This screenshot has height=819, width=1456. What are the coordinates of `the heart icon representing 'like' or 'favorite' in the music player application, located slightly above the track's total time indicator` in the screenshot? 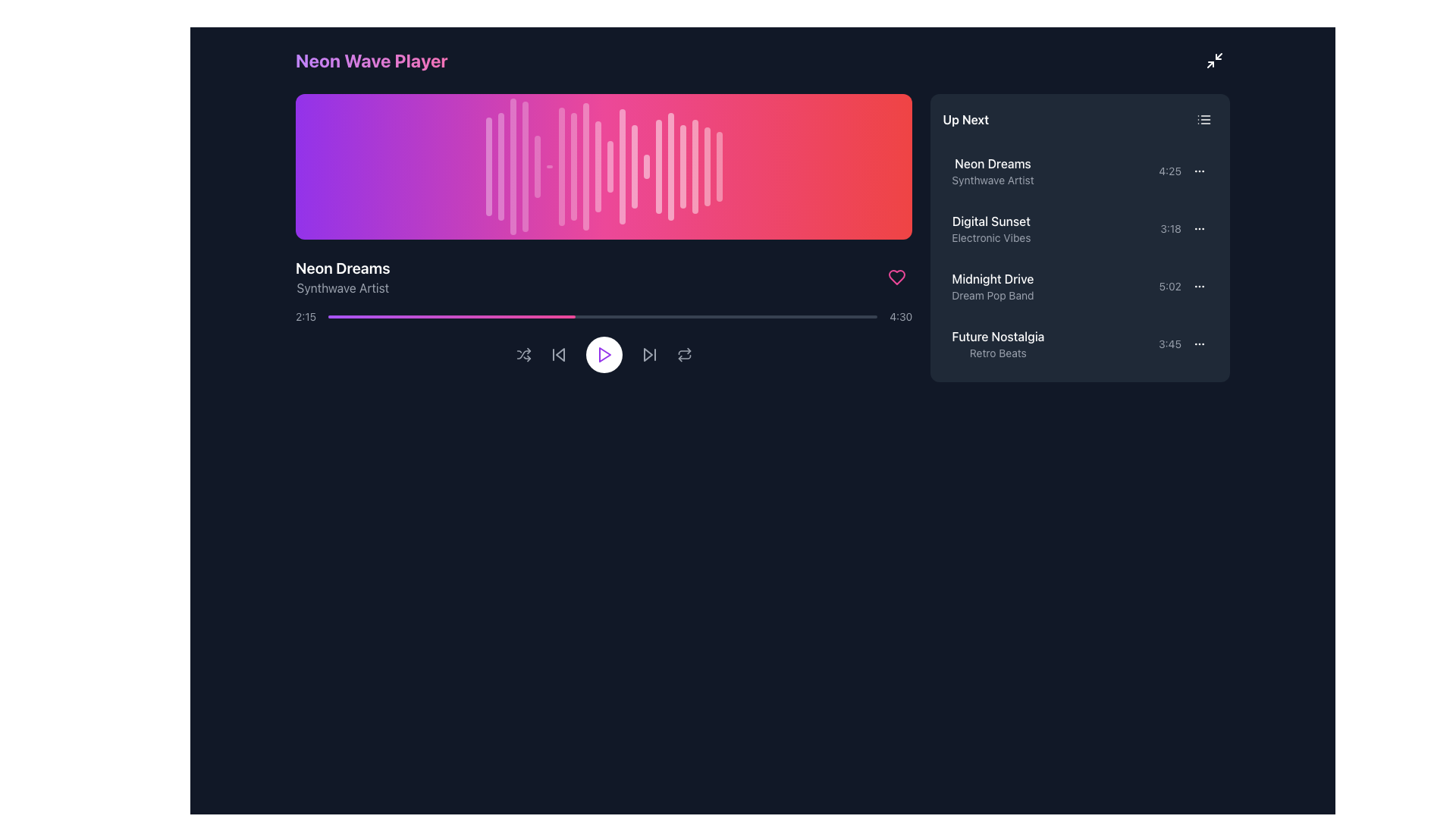 It's located at (897, 278).